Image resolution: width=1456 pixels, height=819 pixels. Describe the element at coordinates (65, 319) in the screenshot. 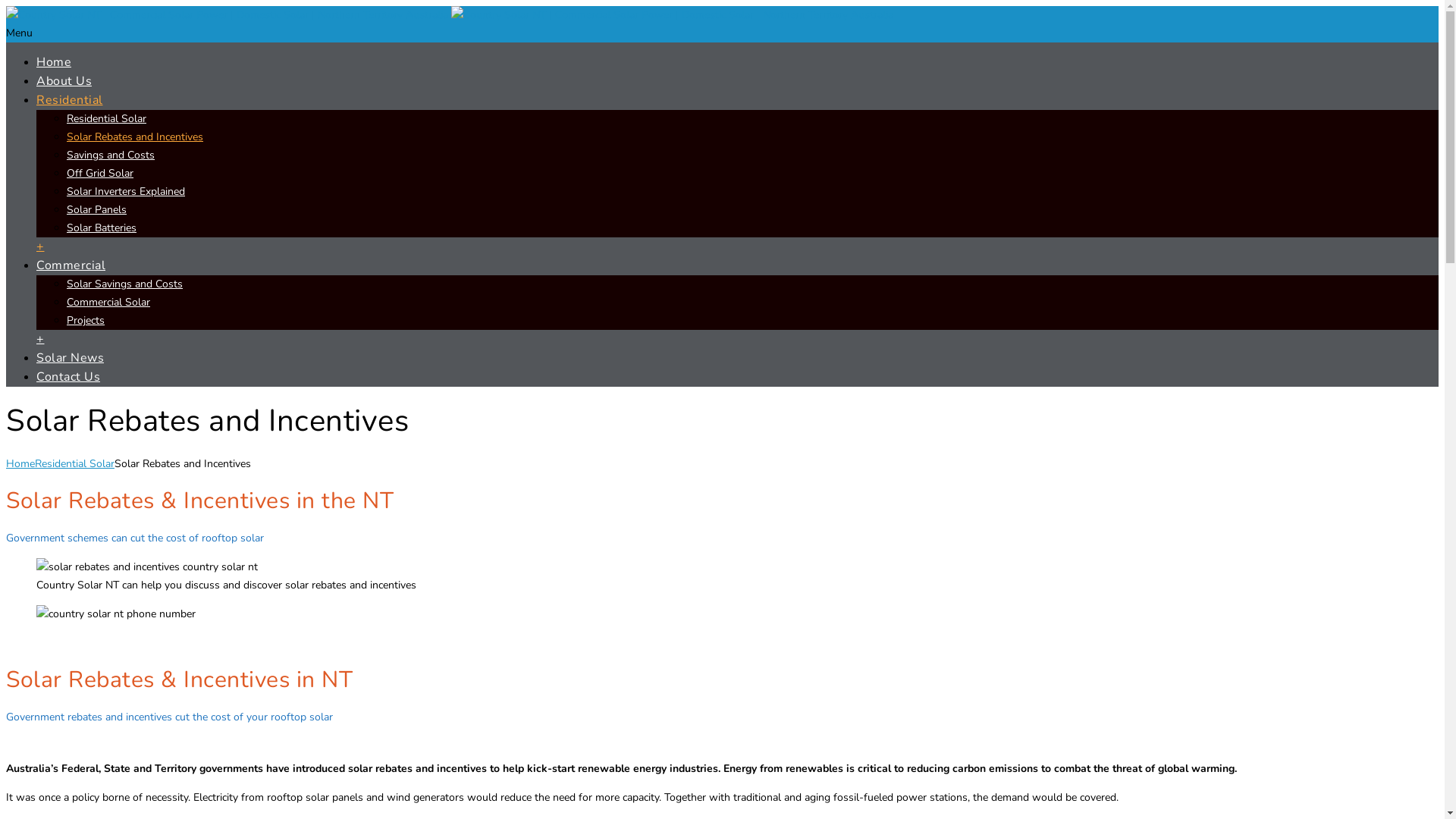

I see `'Projects'` at that location.